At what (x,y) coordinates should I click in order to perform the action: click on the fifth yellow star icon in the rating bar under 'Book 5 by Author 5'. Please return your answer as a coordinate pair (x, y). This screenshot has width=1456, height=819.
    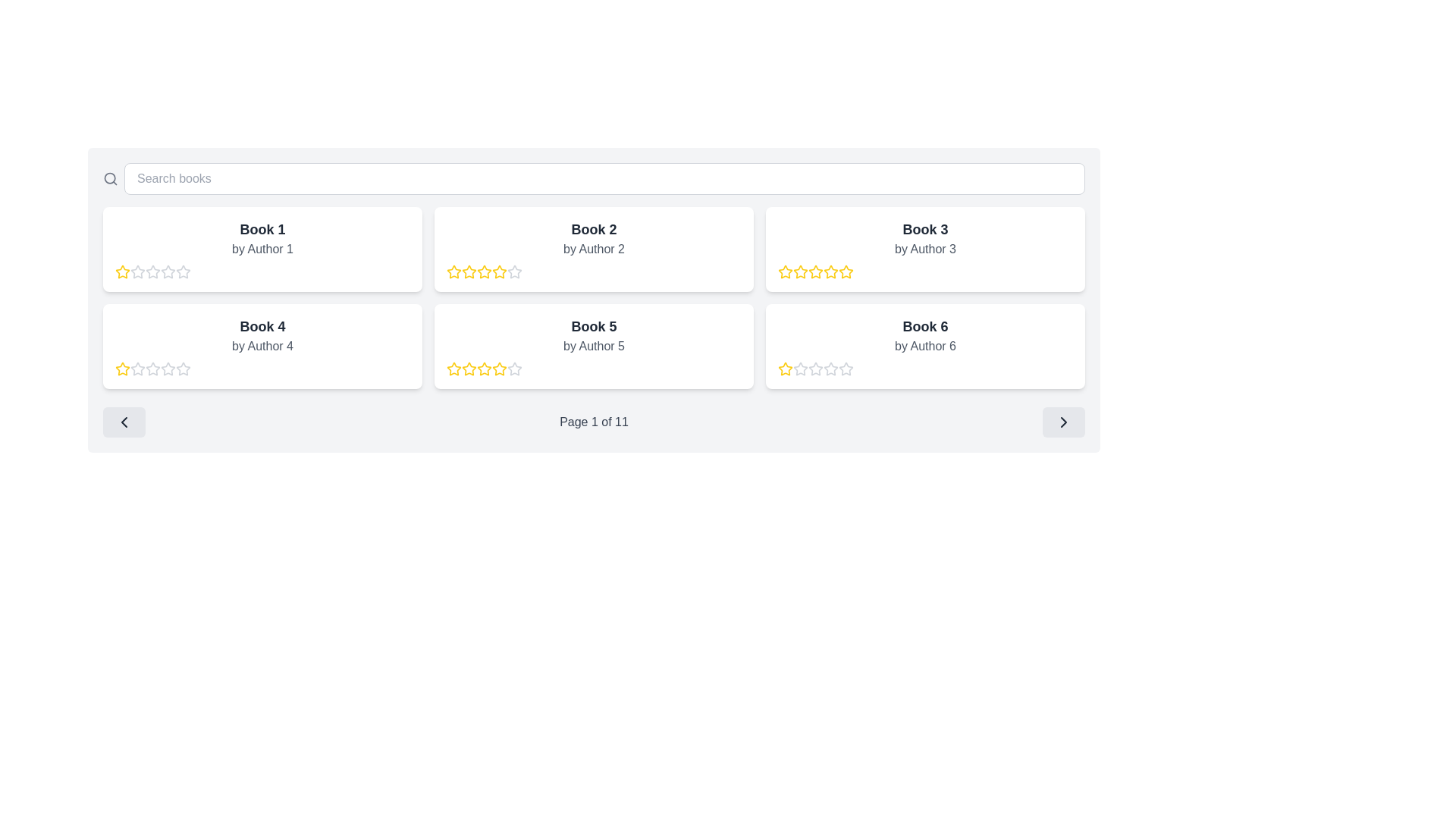
    Looking at the image, I should click on (499, 369).